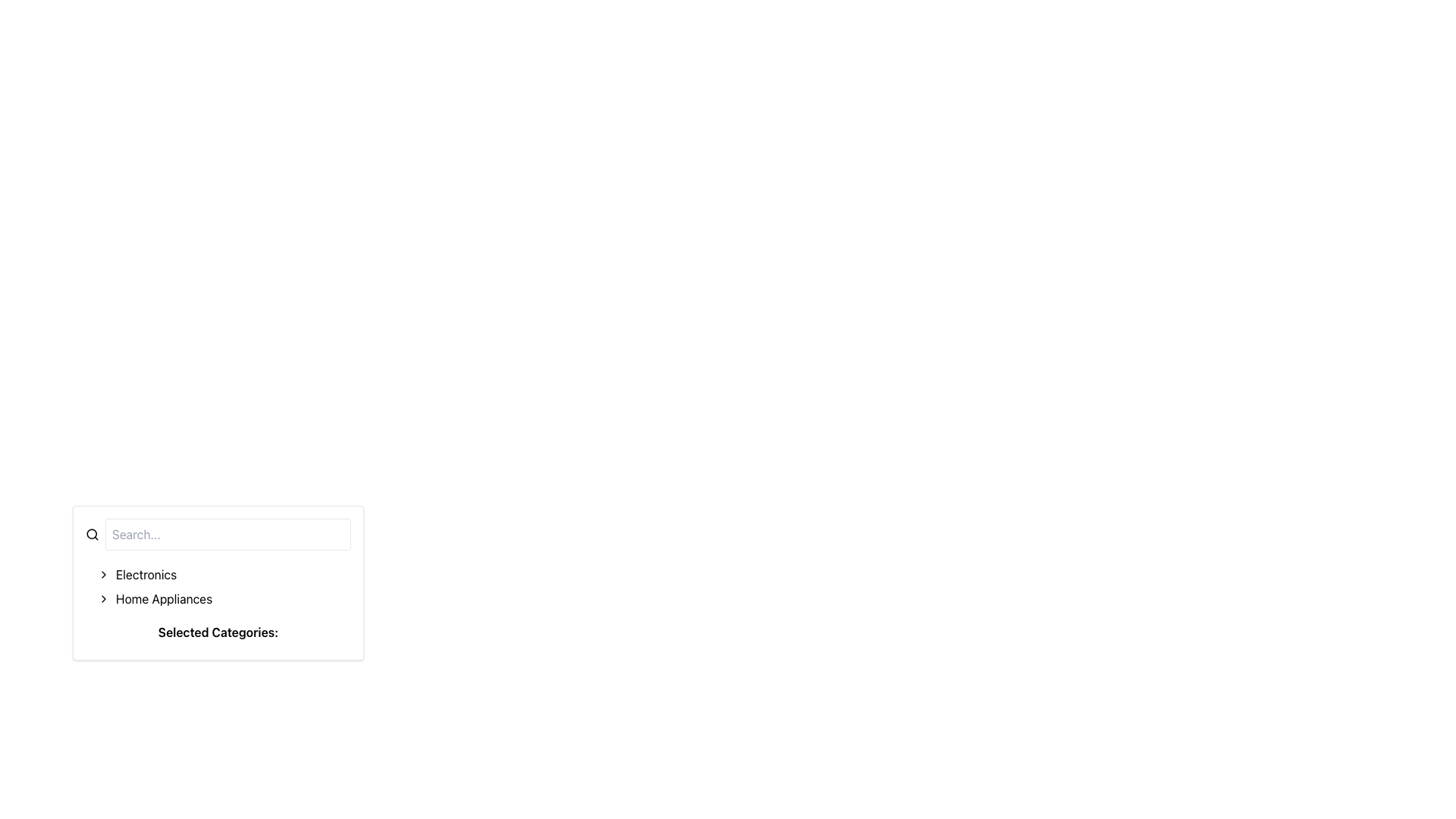 Image resolution: width=1456 pixels, height=819 pixels. What do you see at coordinates (103, 598) in the screenshot?
I see `the chevron icon located at the far left of the 'Home Appliances' row item` at bounding box center [103, 598].